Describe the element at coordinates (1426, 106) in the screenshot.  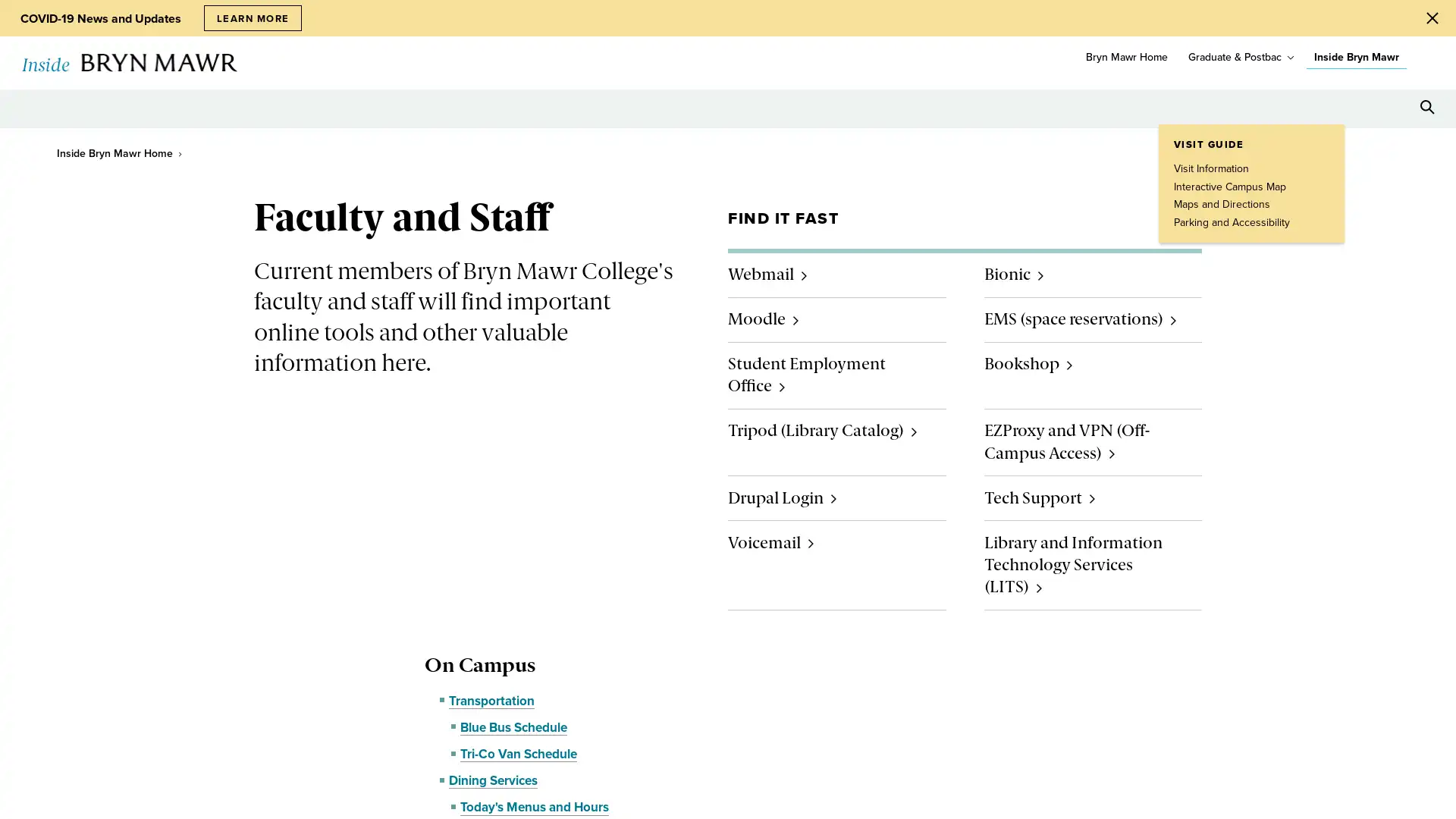
I see `Search` at that location.